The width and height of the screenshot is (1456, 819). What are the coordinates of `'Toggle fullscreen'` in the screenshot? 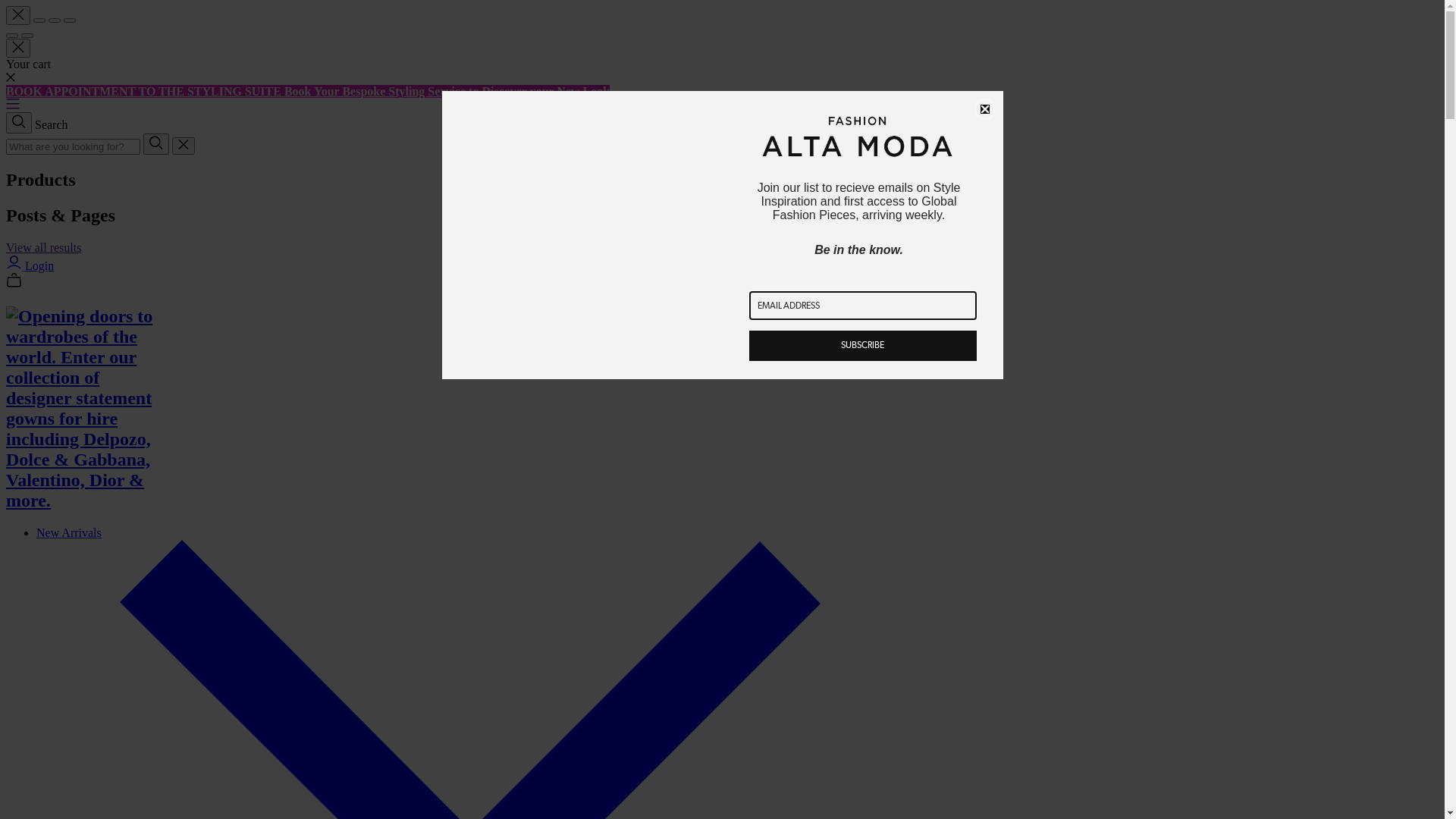 It's located at (55, 20).